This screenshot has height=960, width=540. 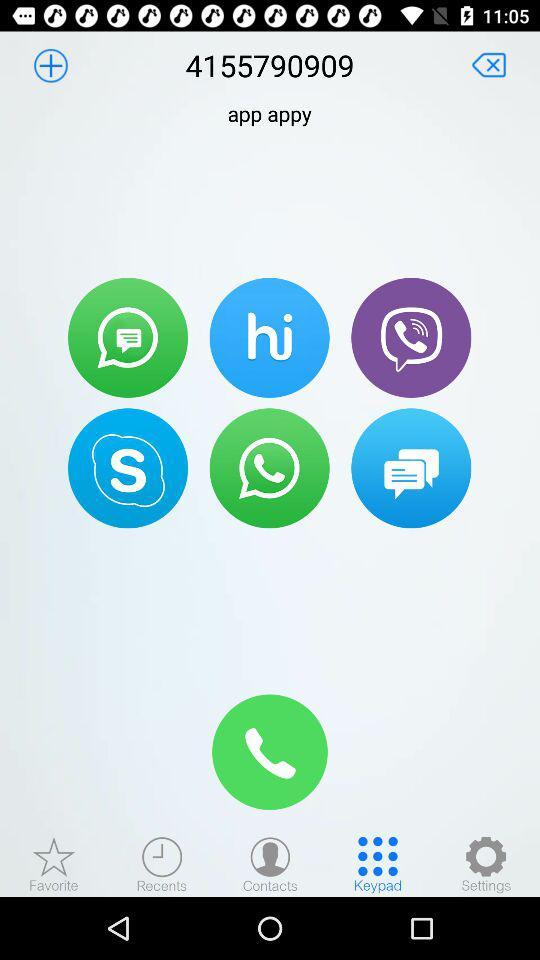 What do you see at coordinates (485, 863) in the screenshot?
I see `settings` at bounding box center [485, 863].